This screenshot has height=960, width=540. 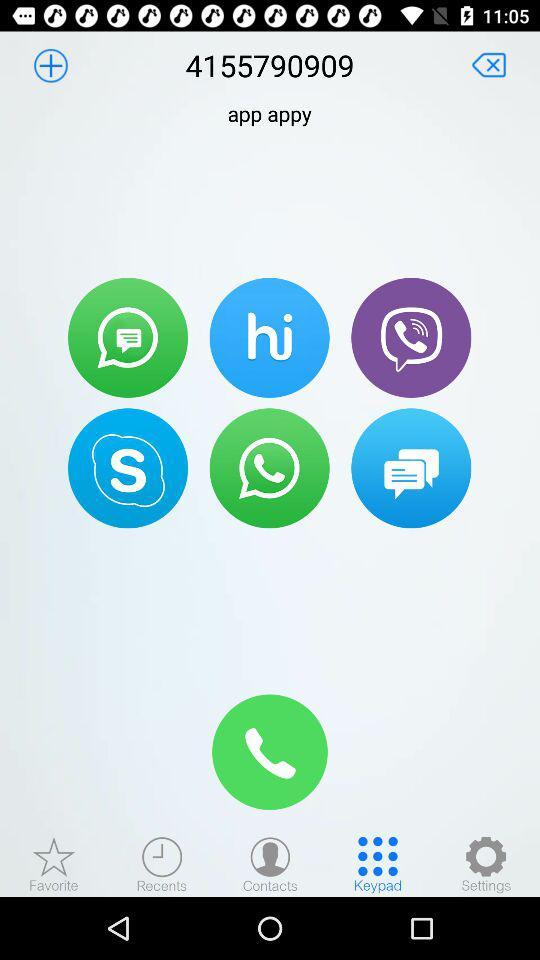 What do you see at coordinates (485, 863) in the screenshot?
I see `settings` at bounding box center [485, 863].